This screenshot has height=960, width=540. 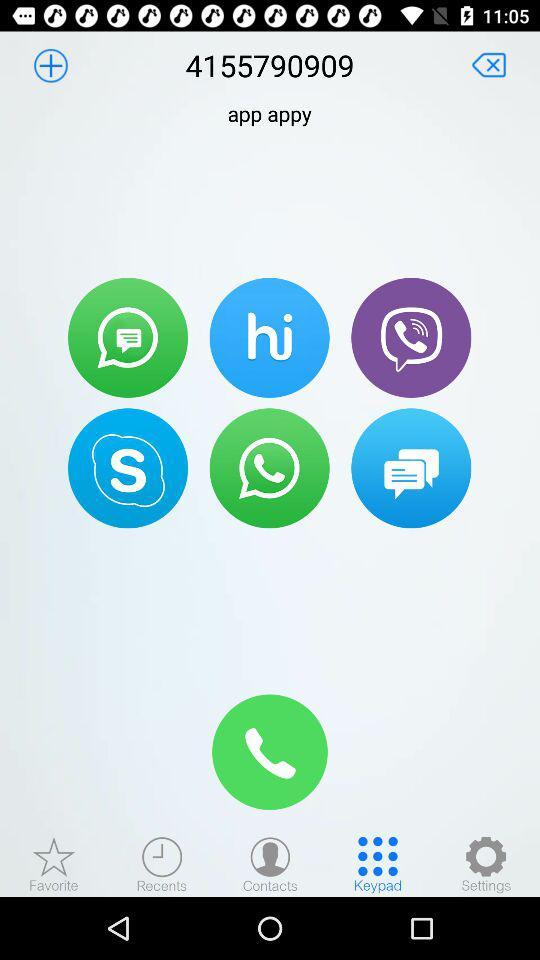 What do you see at coordinates (485, 863) in the screenshot?
I see `settings` at bounding box center [485, 863].